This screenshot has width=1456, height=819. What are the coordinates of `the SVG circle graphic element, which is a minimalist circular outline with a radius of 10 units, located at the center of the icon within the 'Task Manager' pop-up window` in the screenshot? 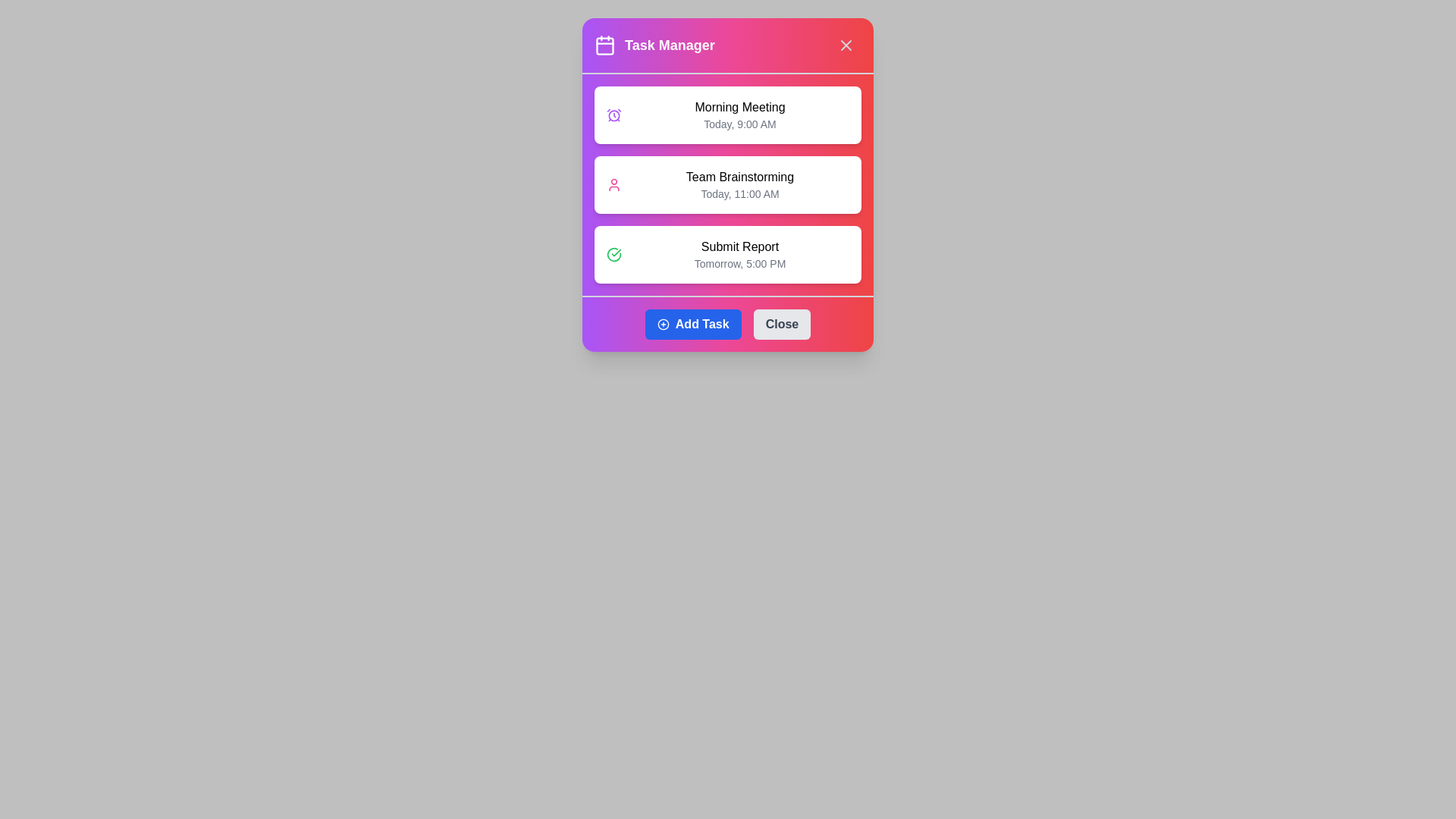 It's located at (663, 324).